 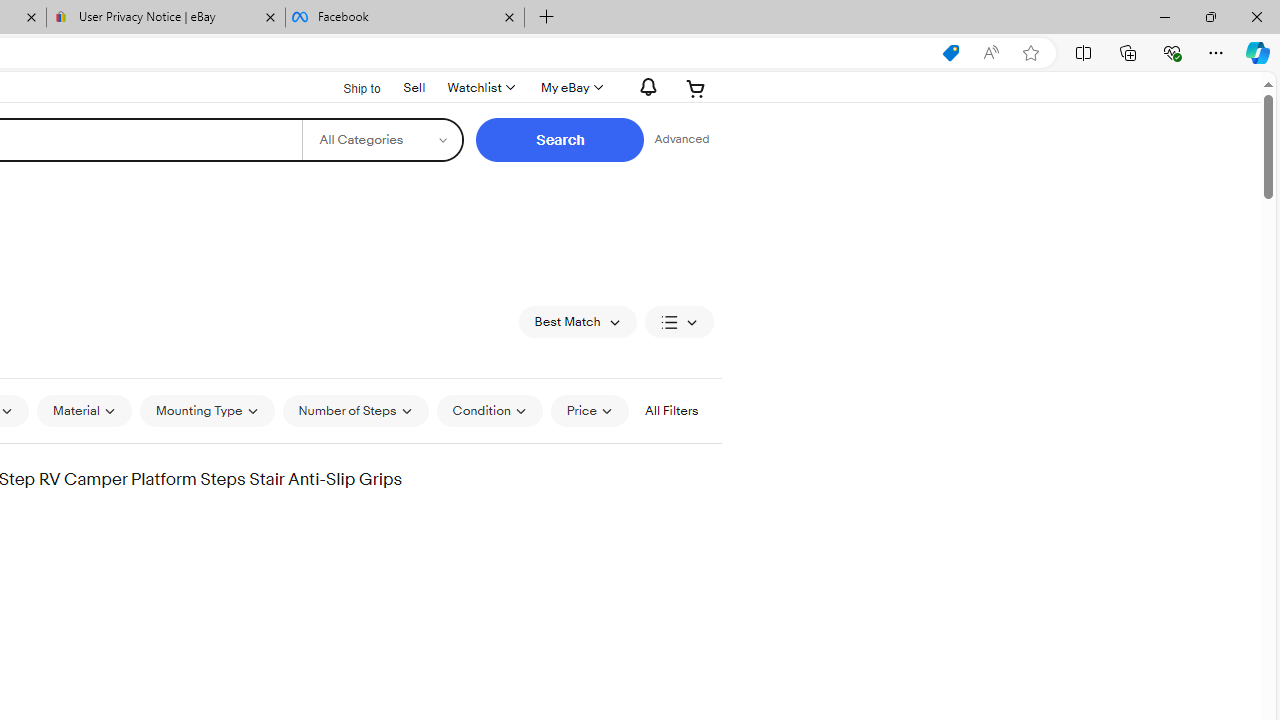 What do you see at coordinates (349, 86) in the screenshot?
I see `'Ship to'` at bounding box center [349, 86].